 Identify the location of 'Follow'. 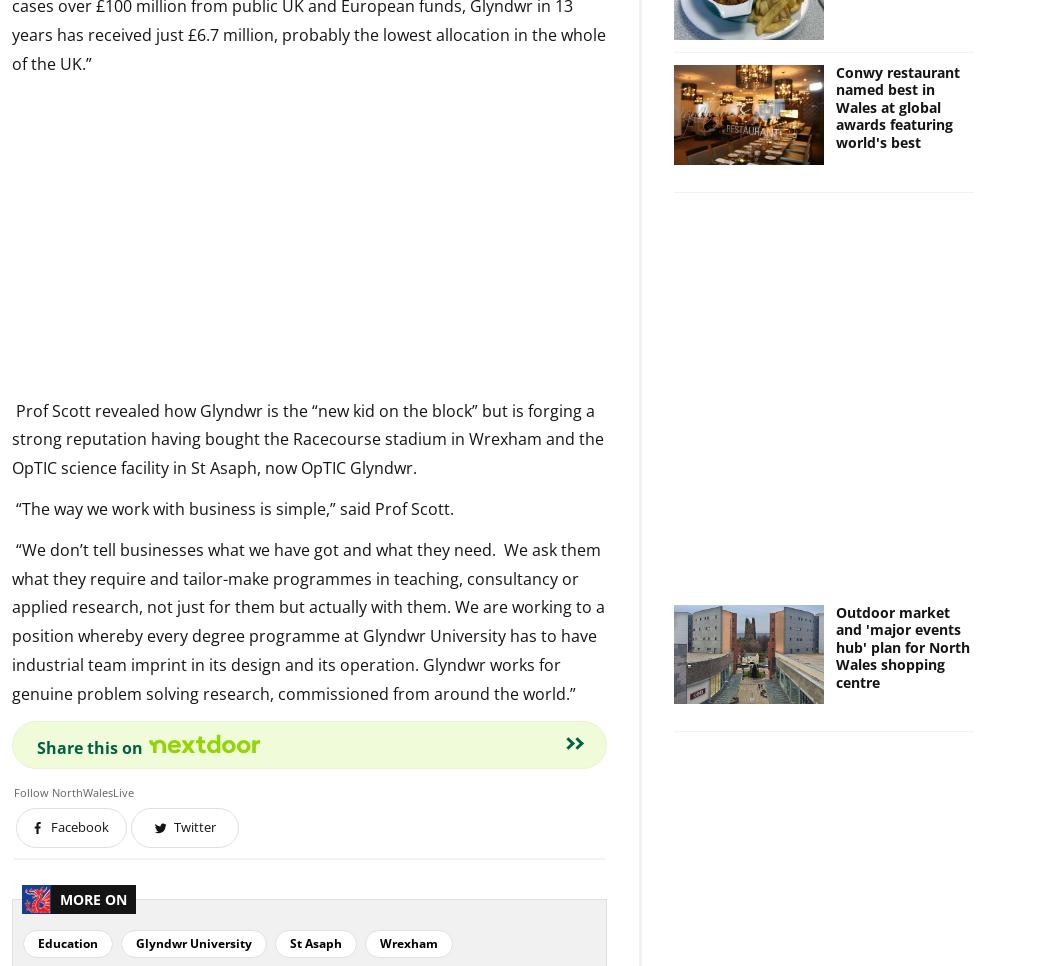
(13, 790).